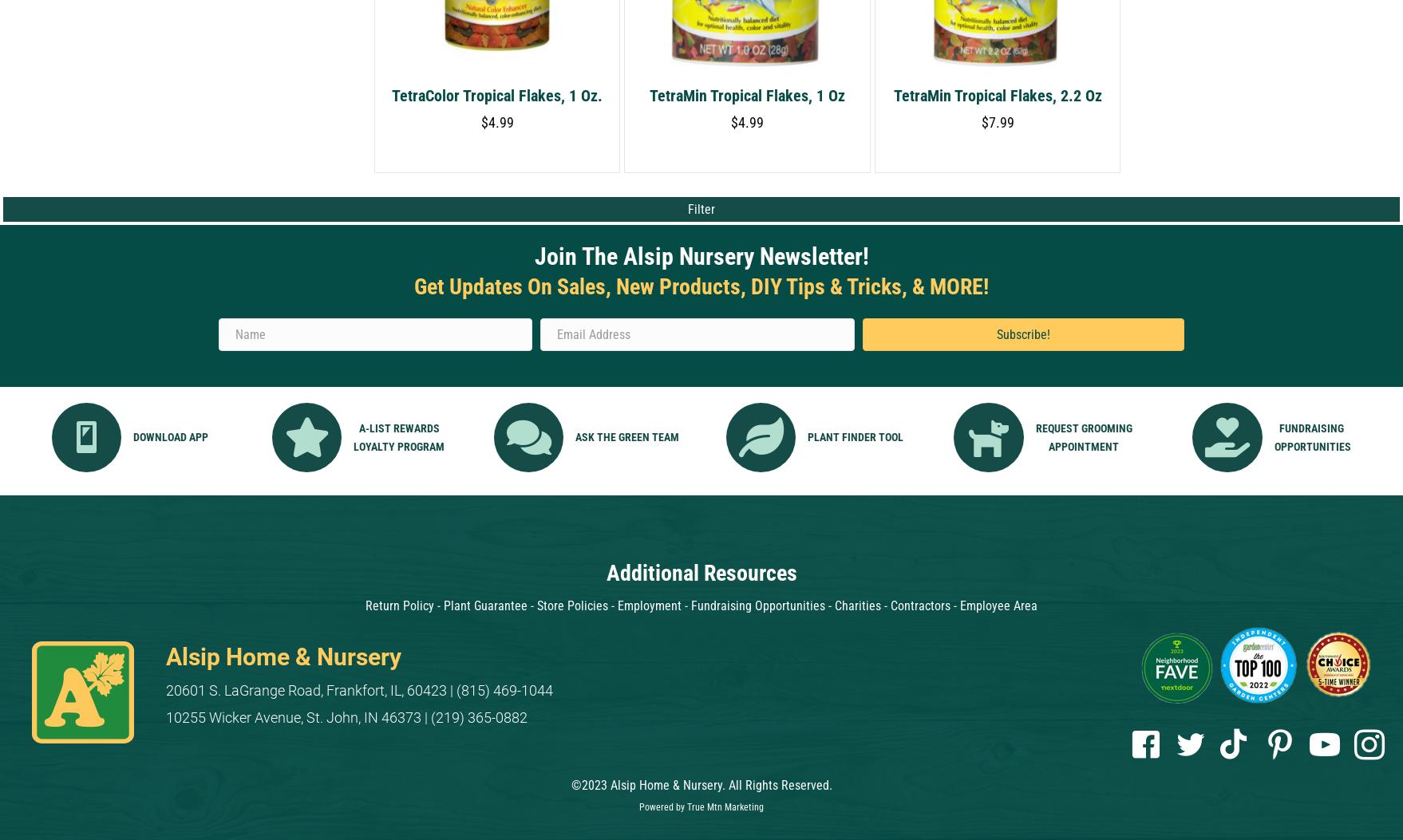 This screenshot has height=840, width=1403. Describe the element at coordinates (1082, 426) in the screenshot. I see `'REQUEST GROOMING'` at that location.